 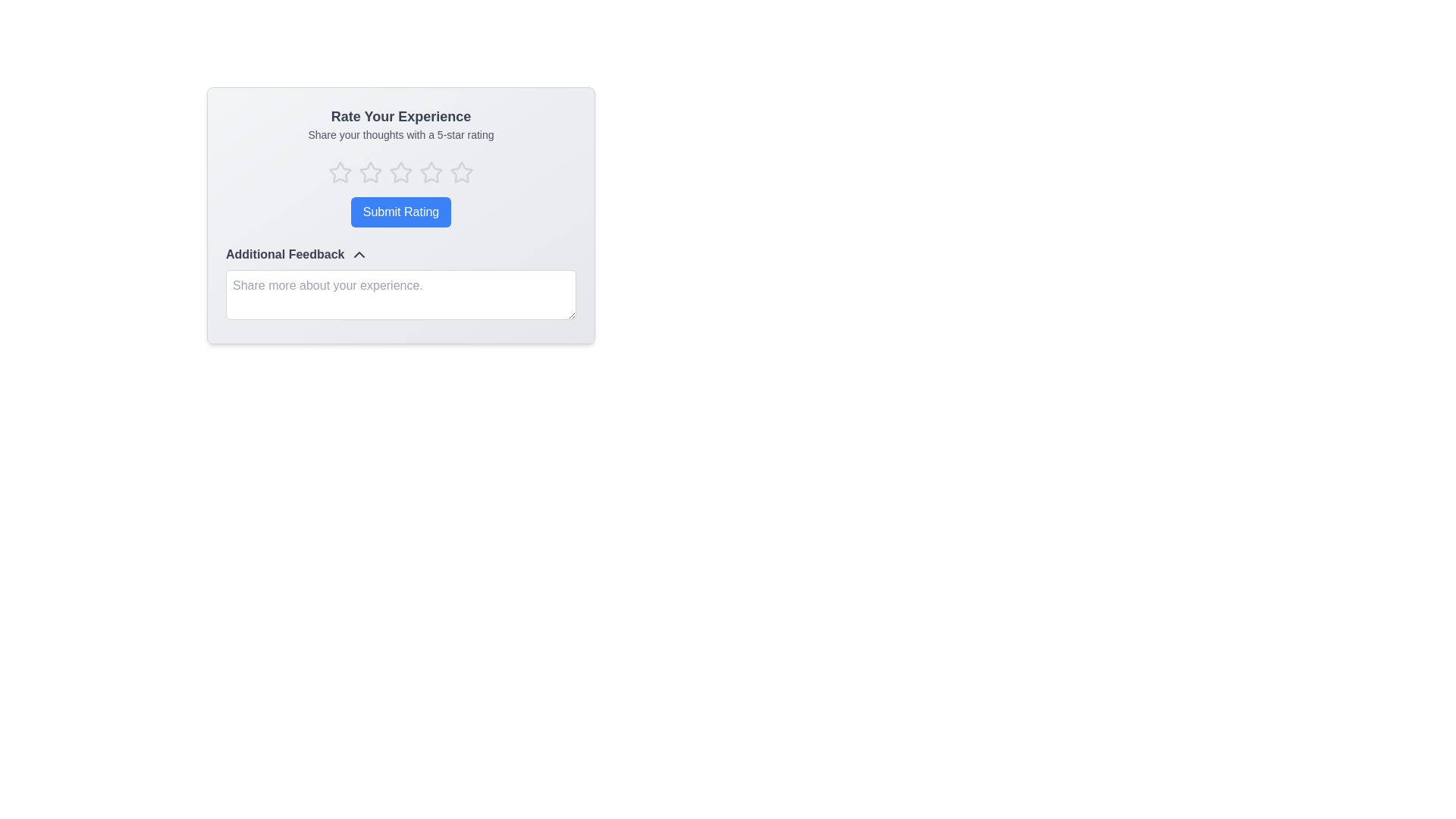 I want to click on the third star-shaped rating icon, so click(x=371, y=171).